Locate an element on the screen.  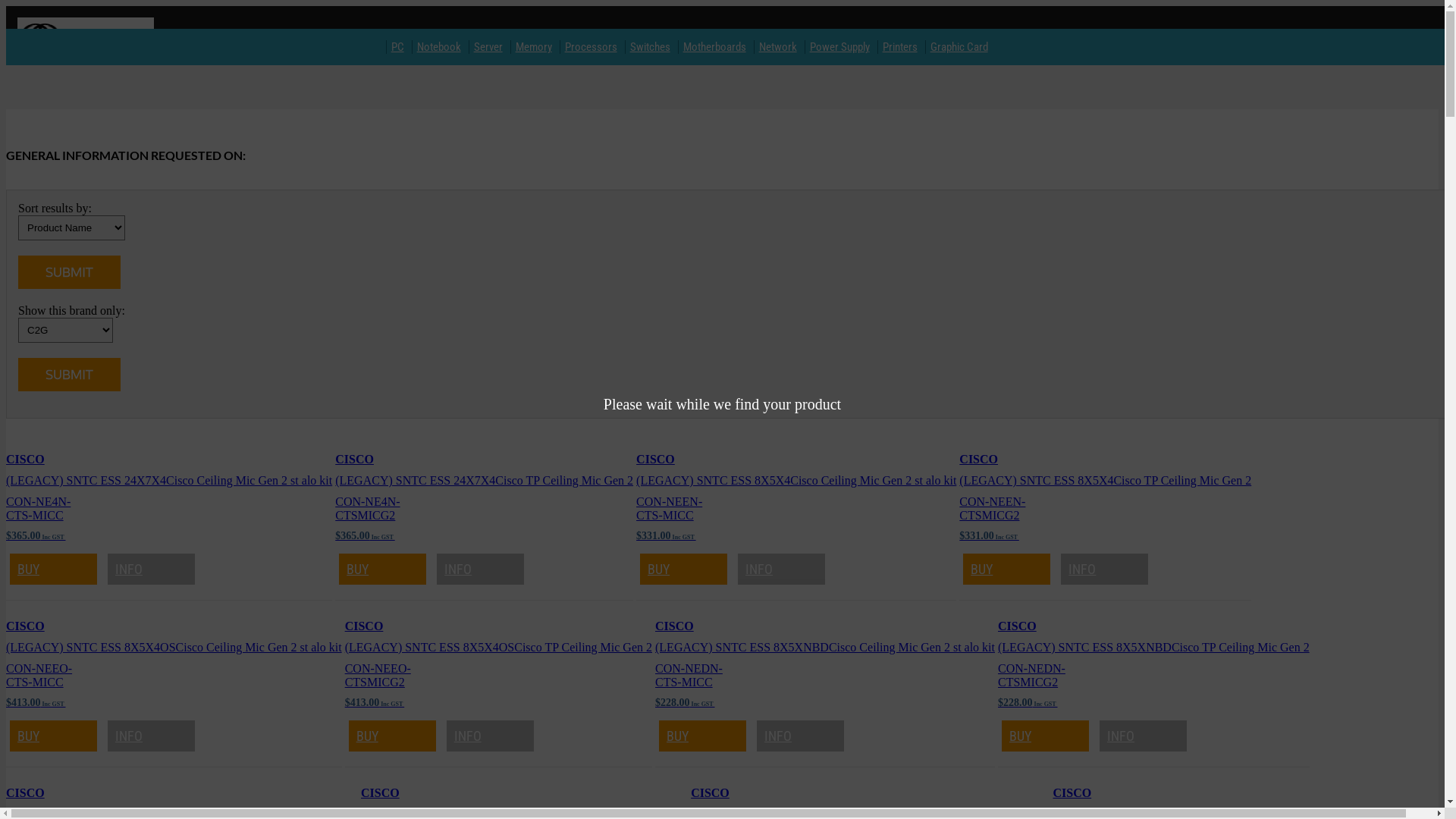
'Processors' is located at coordinates (560, 45).